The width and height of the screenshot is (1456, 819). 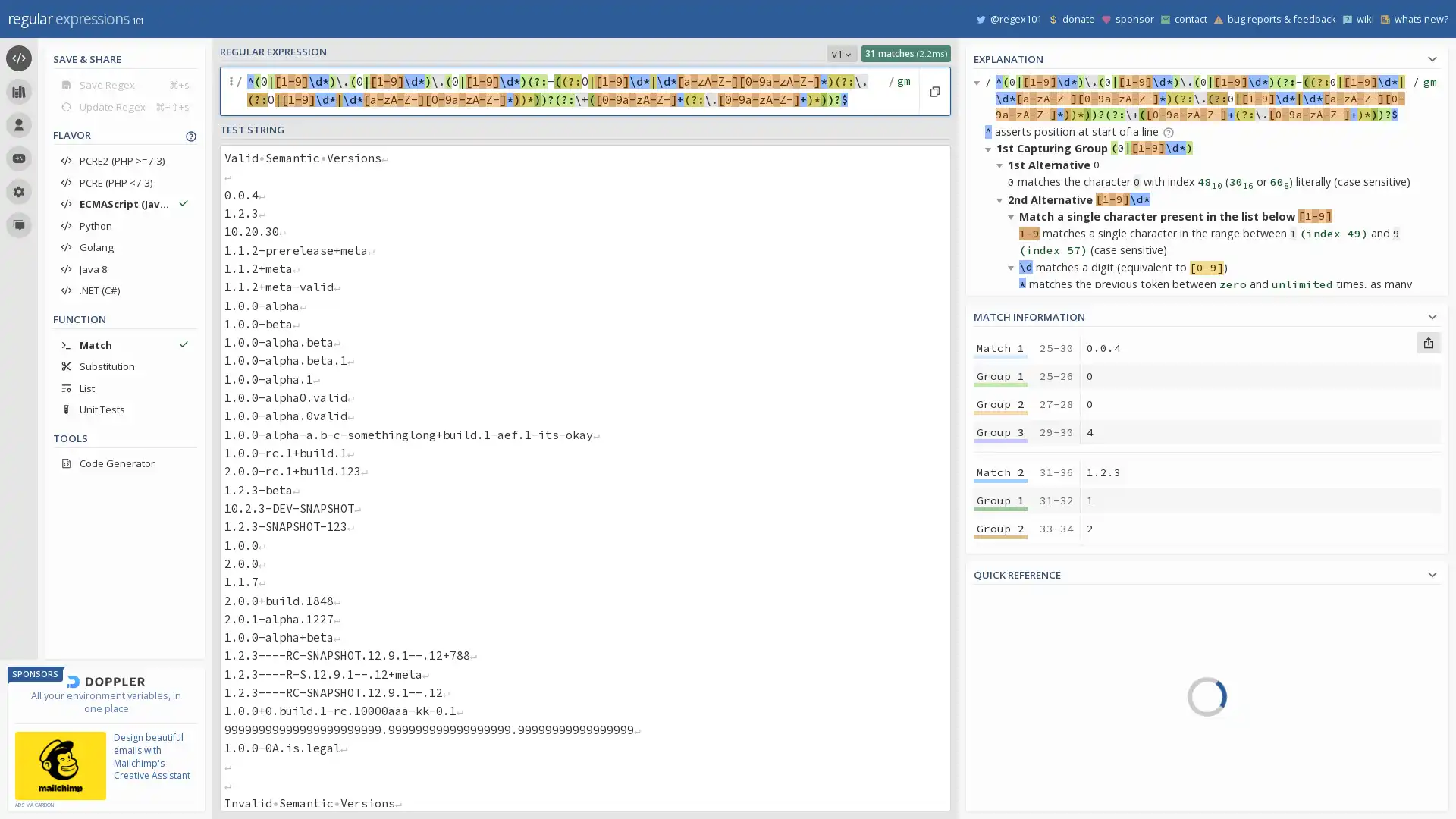 What do you see at coordinates (990, 336) in the screenshot?
I see `Collapse Subtree` at bounding box center [990, 336].